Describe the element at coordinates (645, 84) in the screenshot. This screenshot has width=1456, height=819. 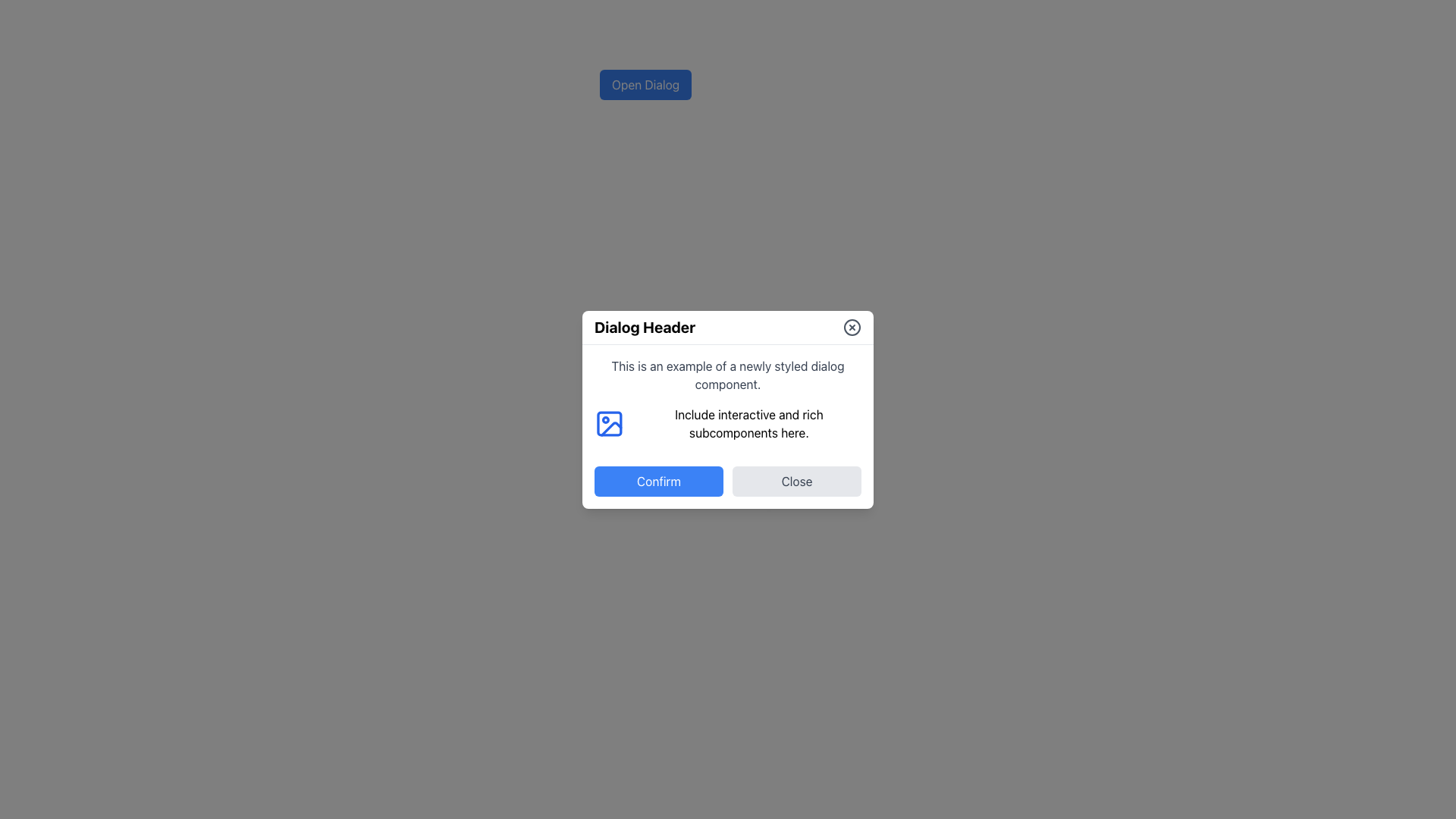
I see `the top-center button that opens the dialog box` at that location.